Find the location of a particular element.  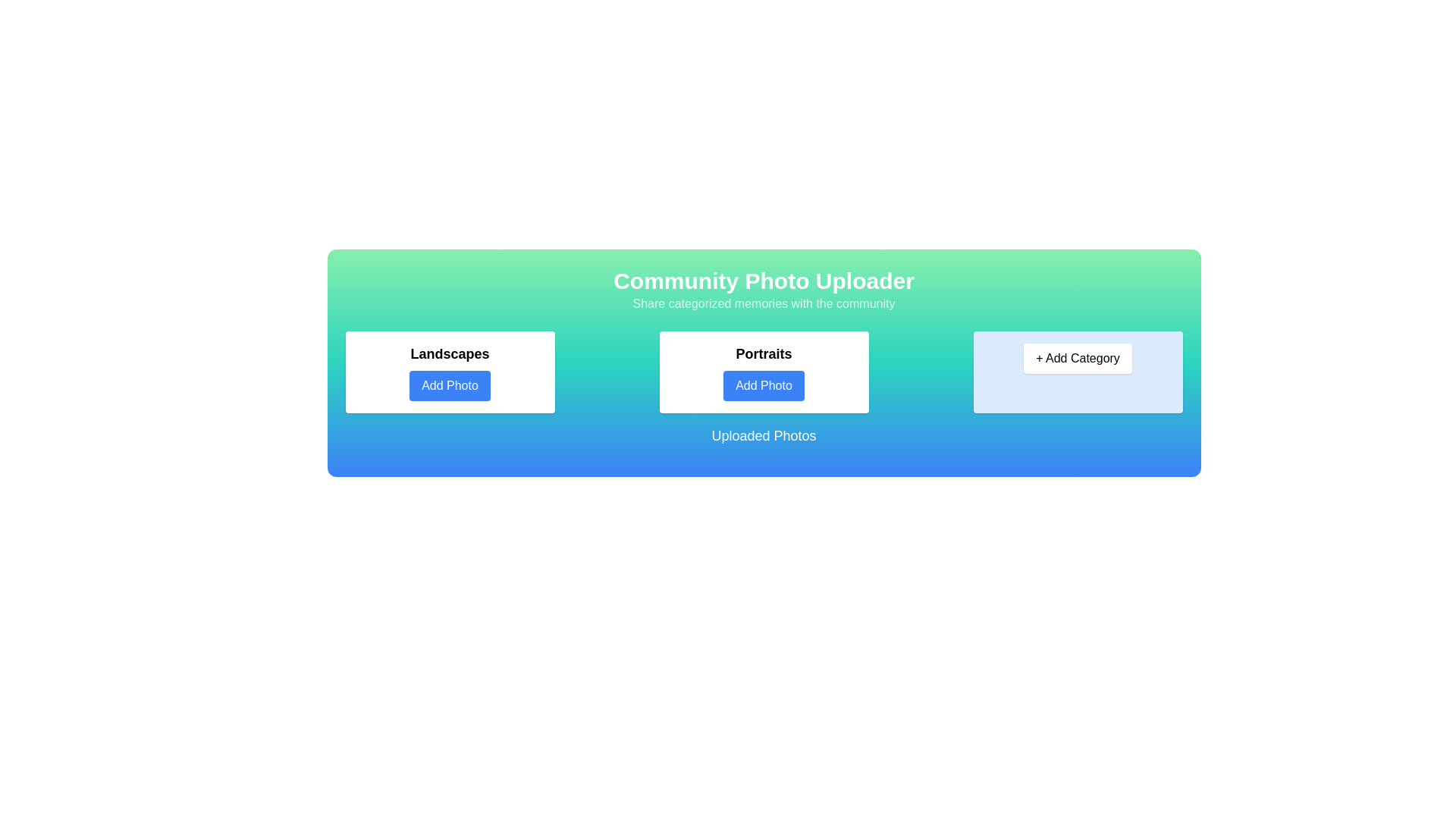

the 'Uploaded Photos' text label, which is styled in a large white font and positioned centrally below the interactive buttons for 'Landscapes,' 'Portraits,' and '+ Add Category.' is located at coordinates (764, 441).